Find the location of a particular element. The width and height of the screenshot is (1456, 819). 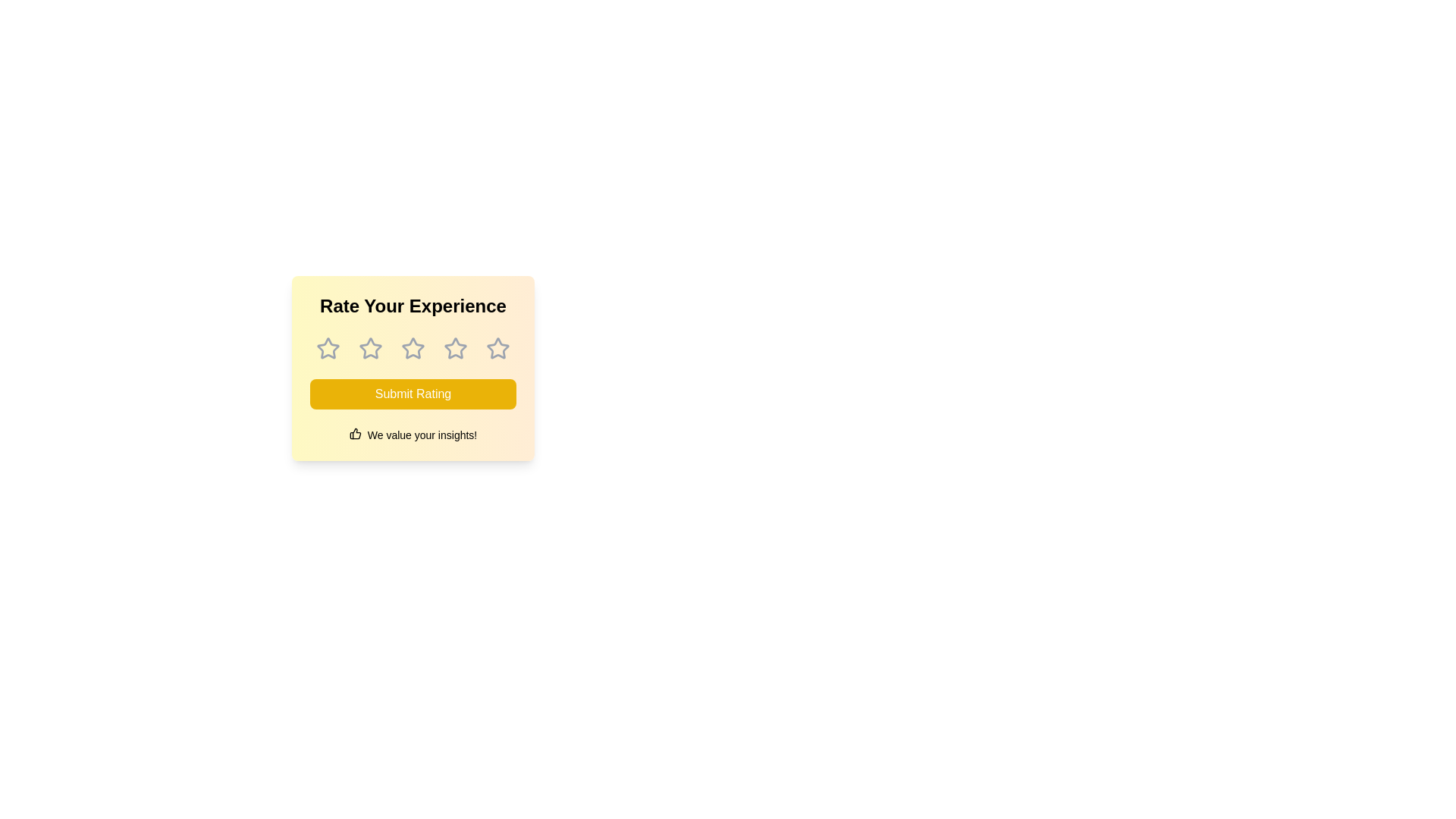

the third star in the row of five interactive star icons, located below 'Rate Your Experience' and above the 'Submit Rating' button is located at coordinates (413, 348).